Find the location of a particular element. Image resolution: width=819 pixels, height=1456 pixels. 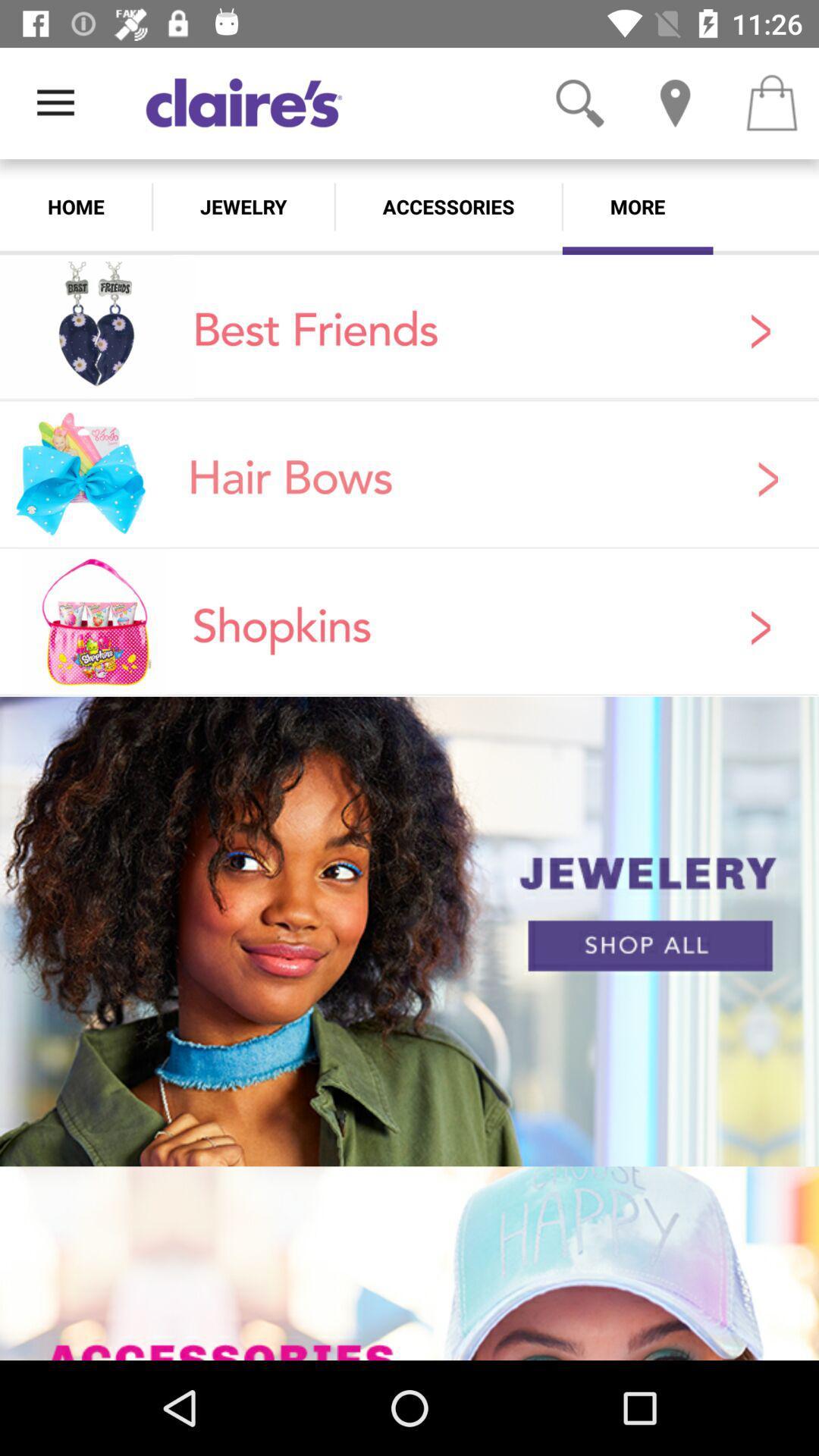

the item to the left of the jewelry item is located at coordinates (76, 206).